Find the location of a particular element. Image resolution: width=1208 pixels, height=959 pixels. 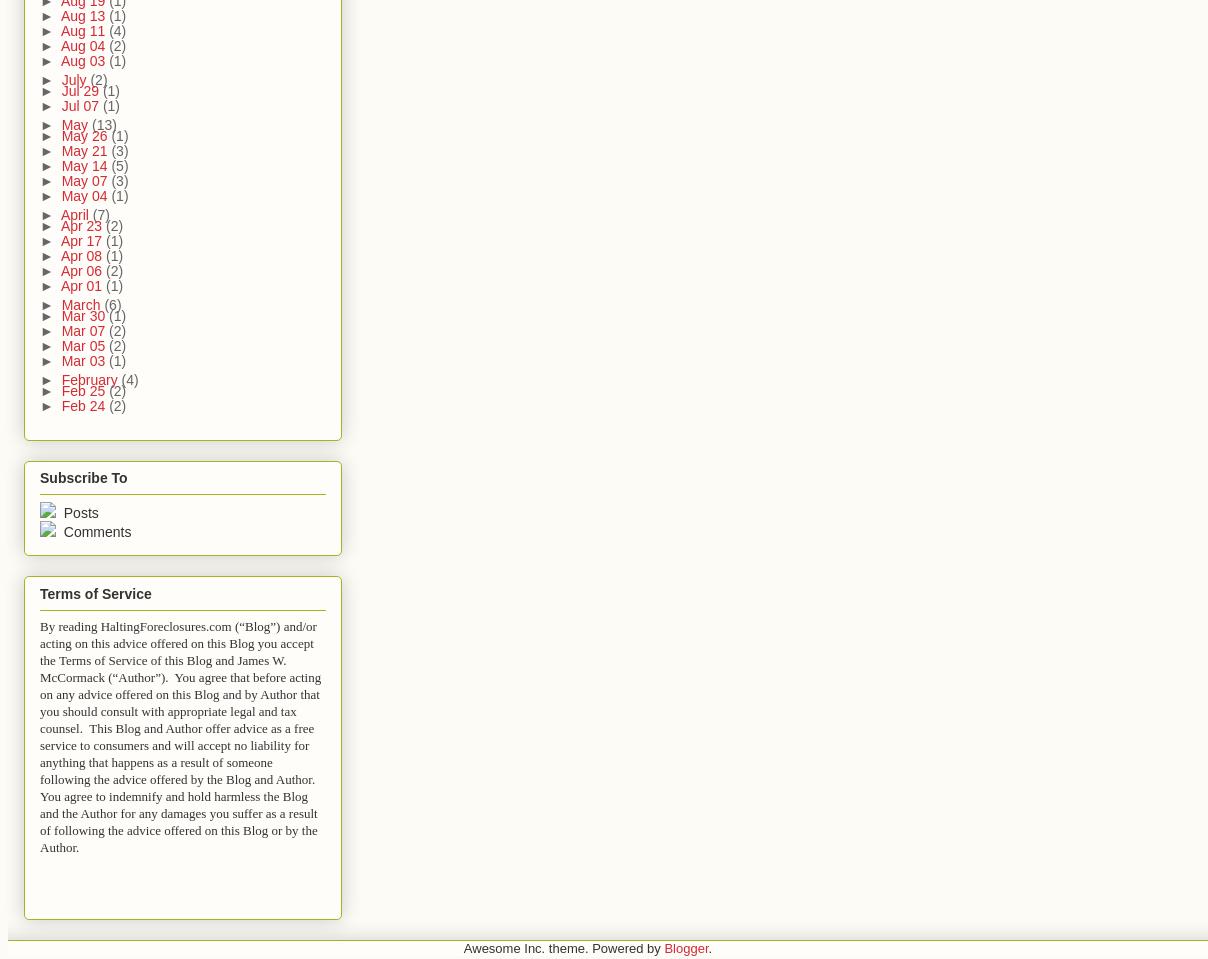

'Comments' is located at coordinates (93, 531).